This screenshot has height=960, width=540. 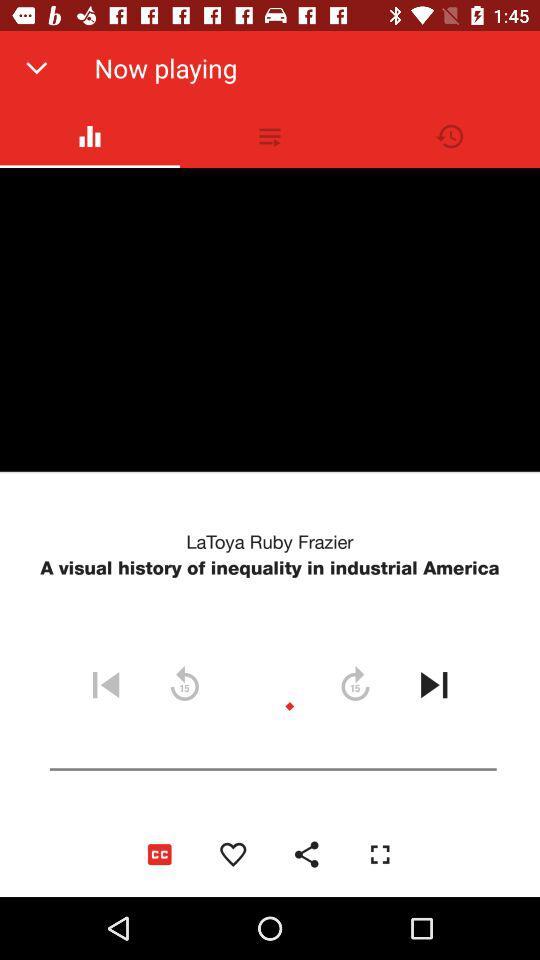 What do you see at coordinates (380, 853) in the screenshot?
I see `the fullscreen icon` at bounding box center [380, 853].